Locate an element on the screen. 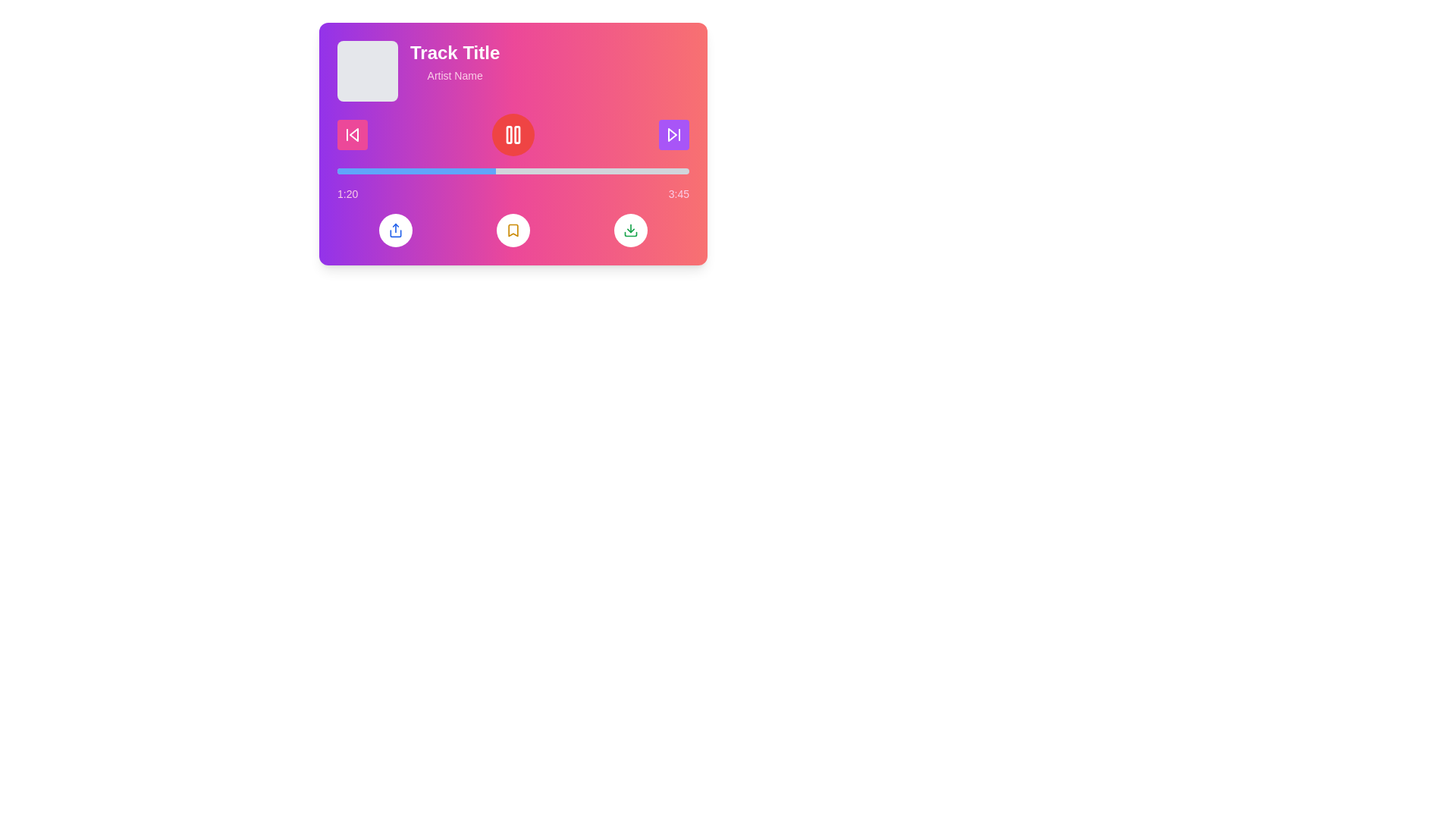  playback progress is located at coordinates (375, 171).